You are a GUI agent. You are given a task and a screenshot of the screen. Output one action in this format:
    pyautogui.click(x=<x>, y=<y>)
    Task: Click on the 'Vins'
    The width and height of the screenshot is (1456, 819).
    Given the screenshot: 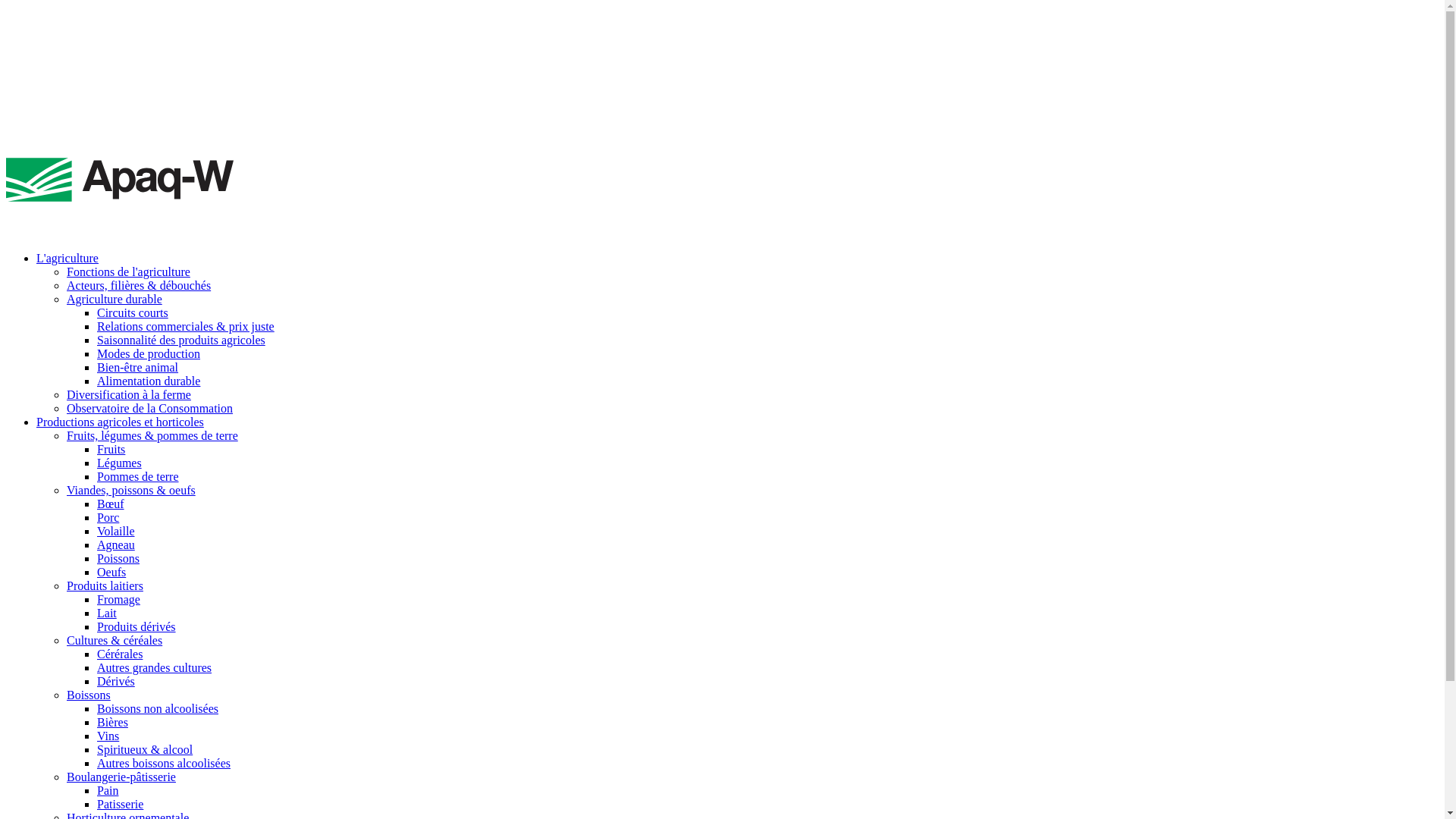 What is the action you would take?
    pyautogui.click(x=107, y=735)
    